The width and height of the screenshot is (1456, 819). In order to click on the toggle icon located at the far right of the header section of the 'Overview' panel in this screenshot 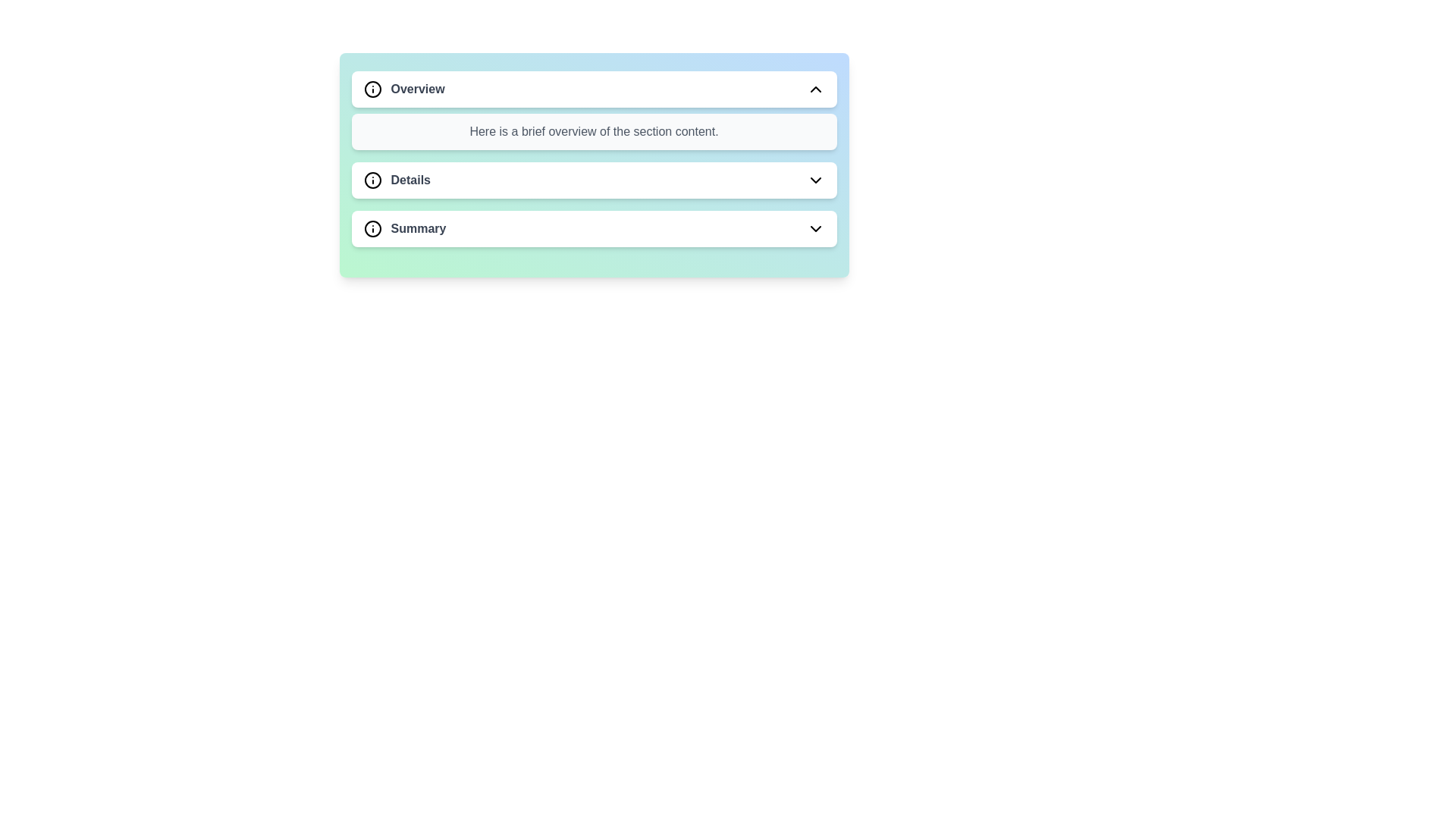, I will do `click(814, 89)`.